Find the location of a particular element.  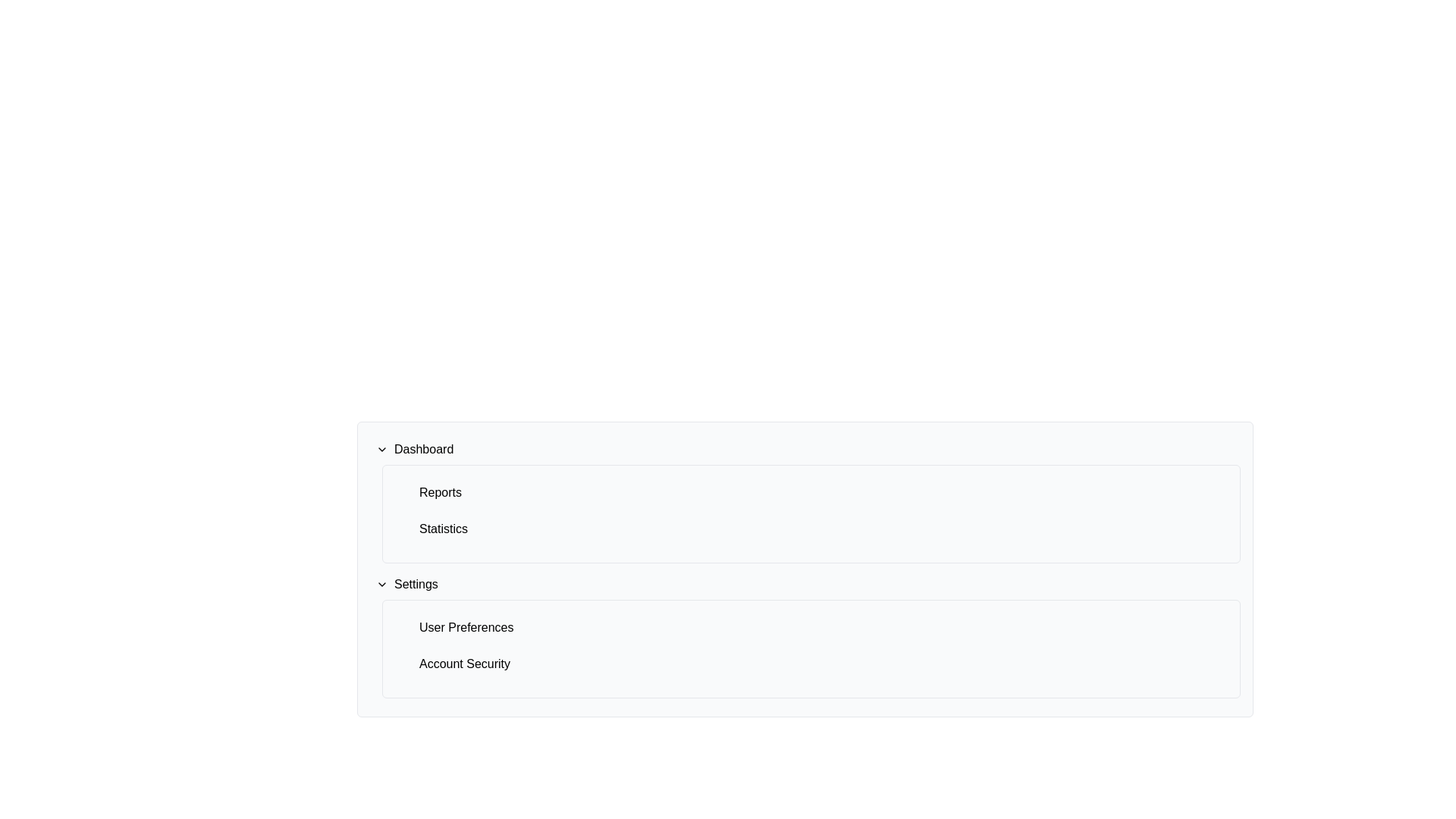

the 'User Preferences' text label is located at coordinates (466, 628).